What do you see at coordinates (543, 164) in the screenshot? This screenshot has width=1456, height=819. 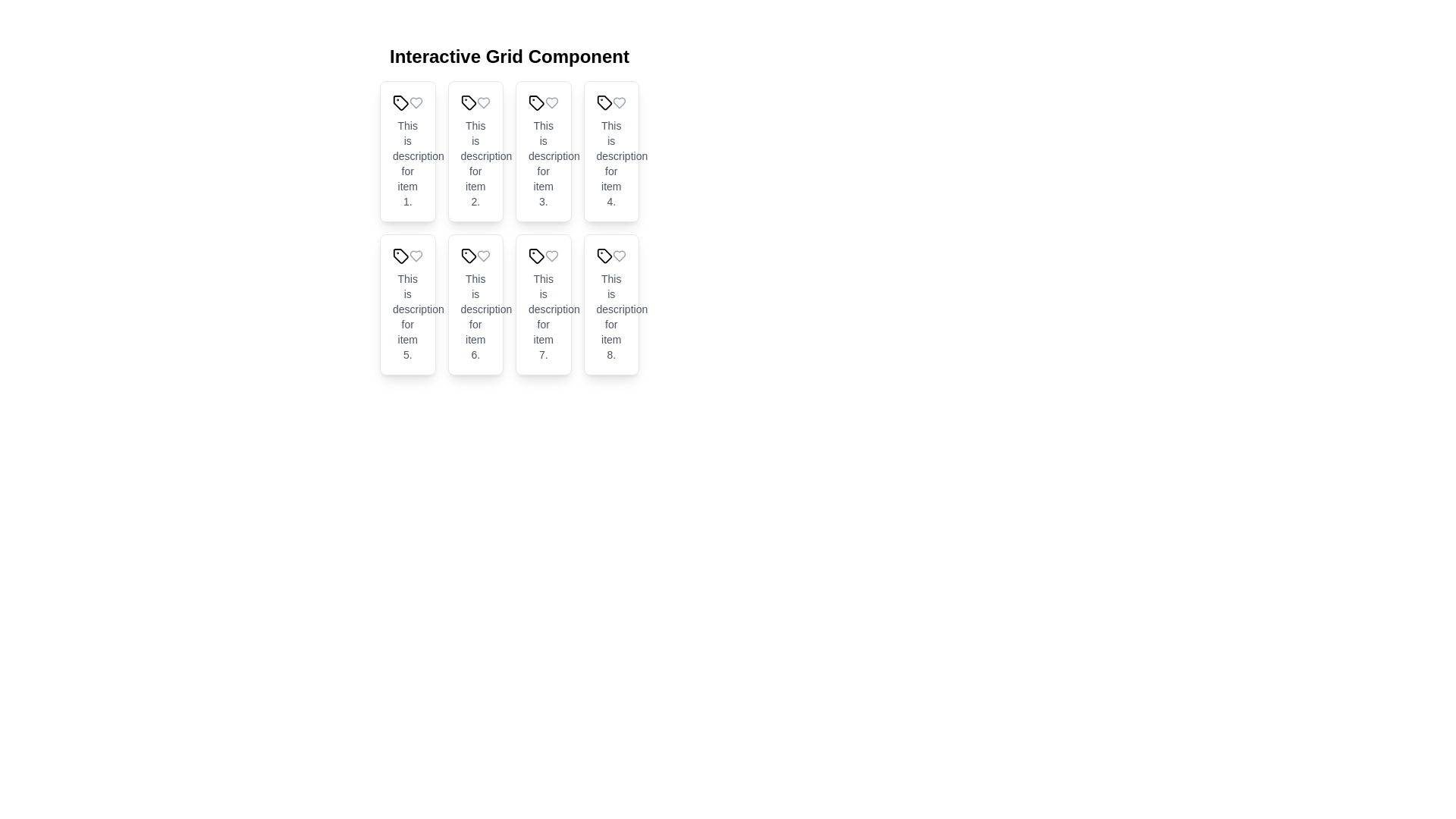 I see `the descriptive text label located in the third tile of a 4x2 grid layout, positioned at the bottom section of the tile` at bounding box center [543, 164].